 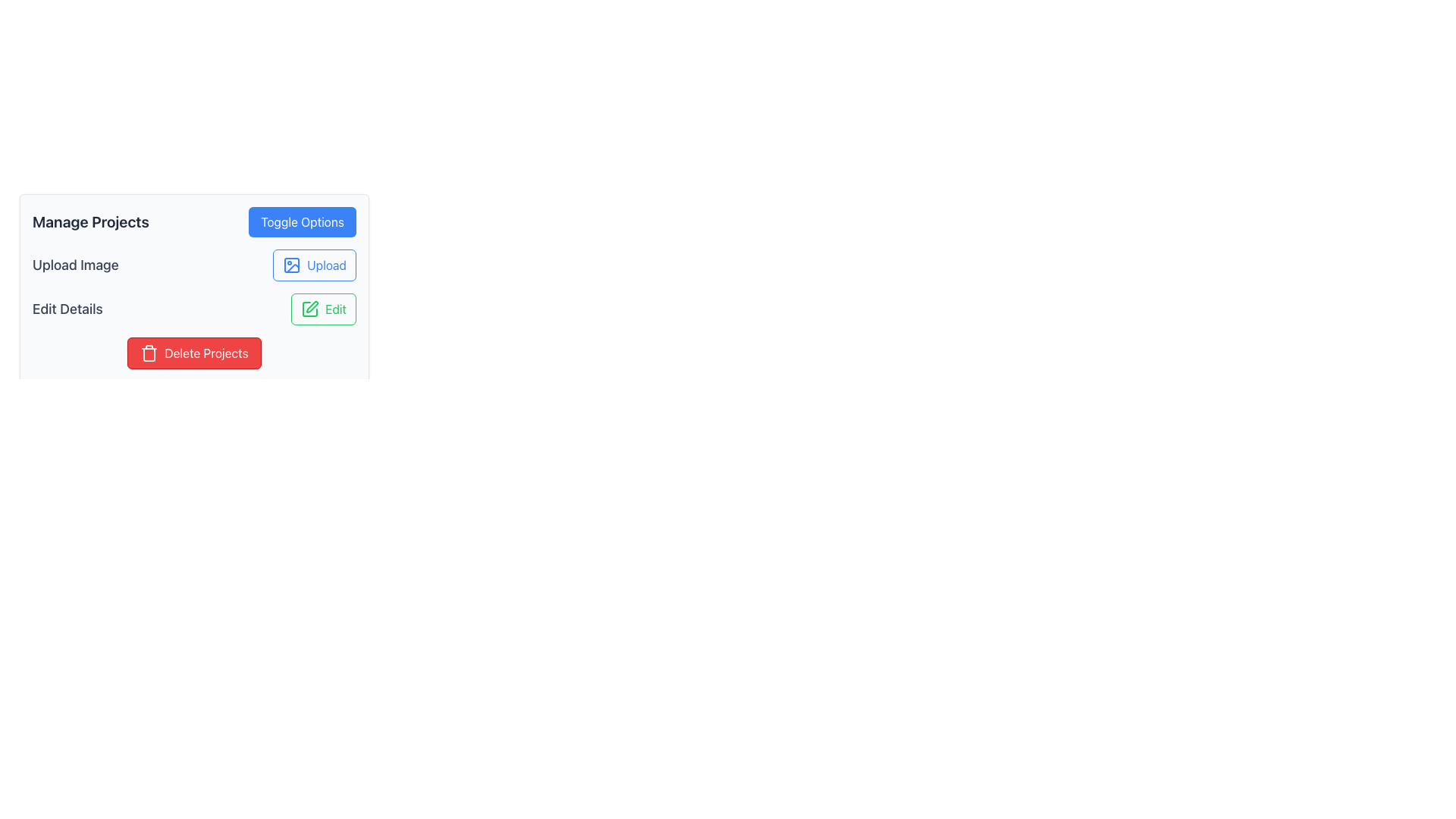 What do you see at coordinates (193, 353) in the screenshot?
I see `the 'Delete Projects' button, which is a rectangular button with rounded corners, featuring a vibrant red background and white text, located at the bottom of the 'Manage Projects' section` at bounding box center [193, 353].